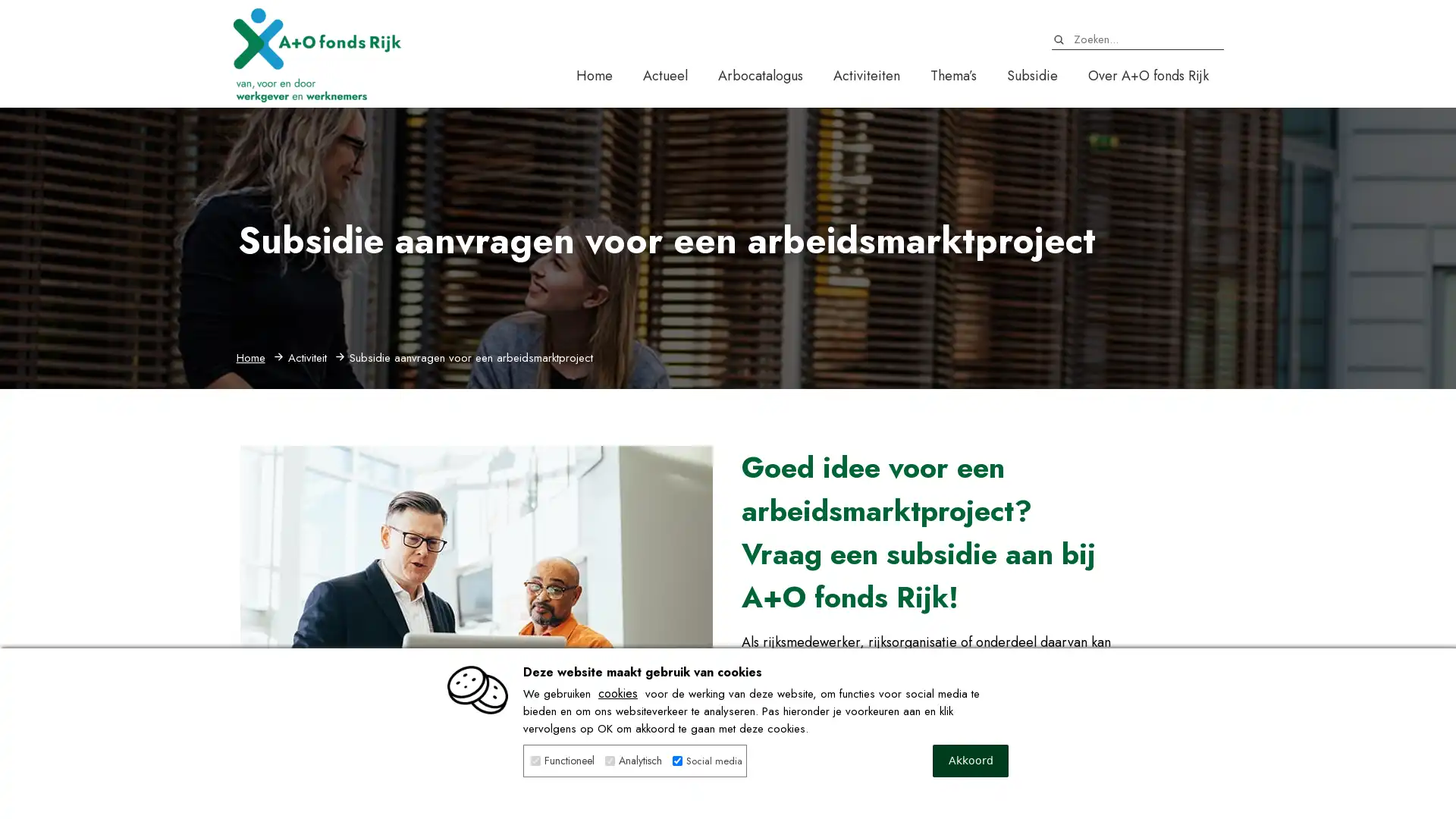 The image size is (1456, 819). I want to click on Akkoord, so click(971, 761).